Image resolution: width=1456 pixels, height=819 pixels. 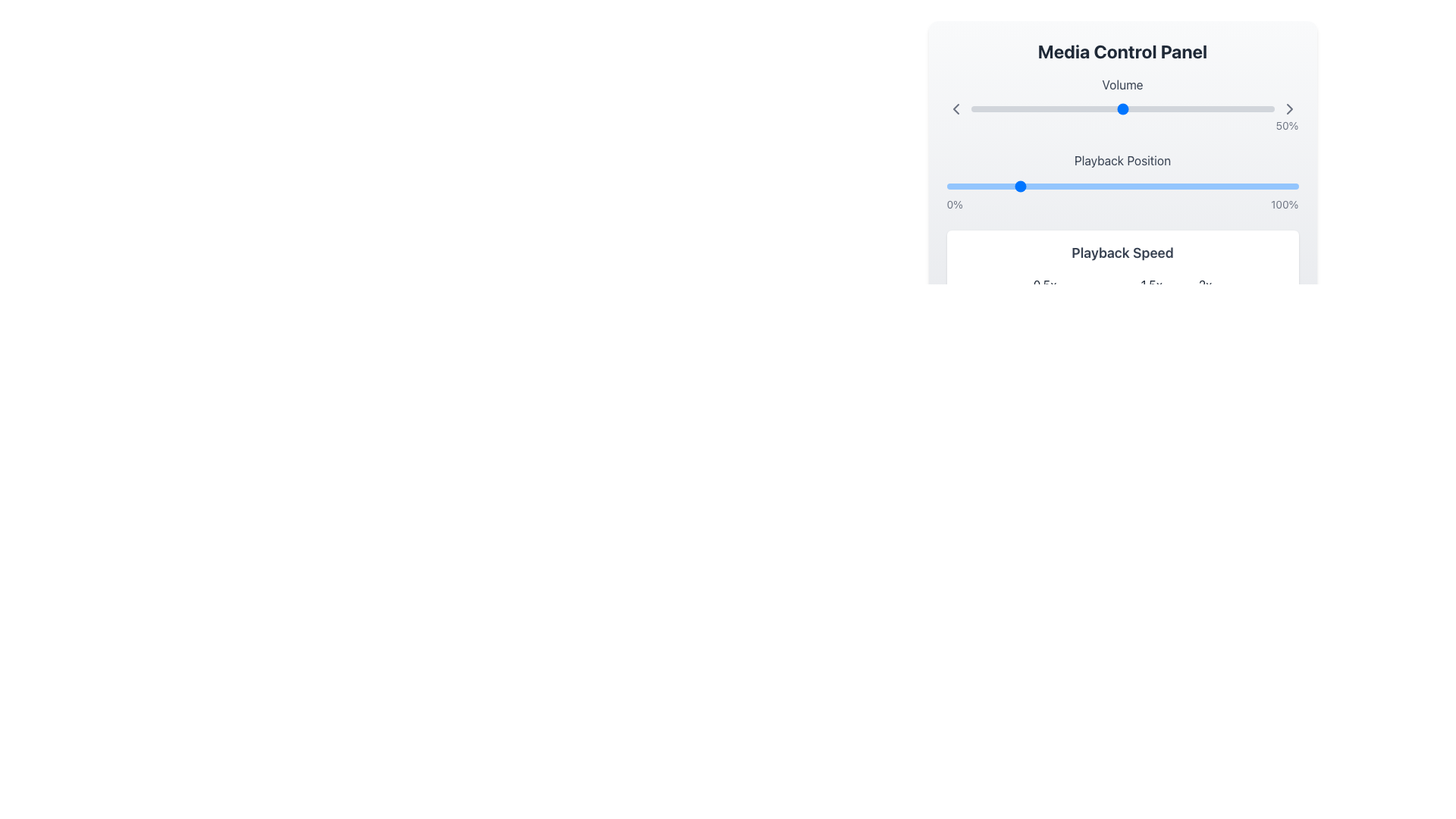 I want to click on volume, so click(x=1213, y=108).